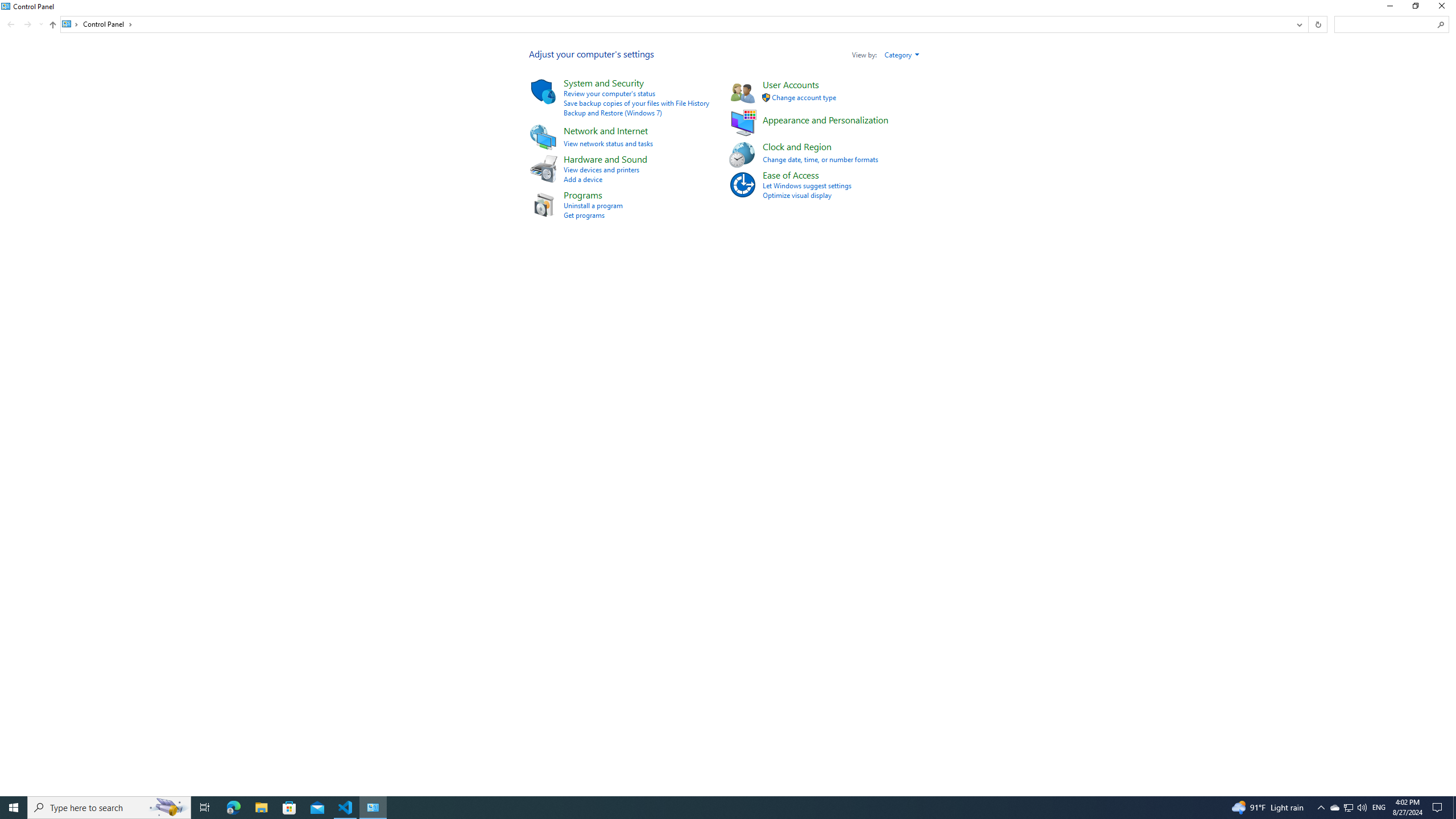  I want to click on 'Up to "Desktop" (Alt + Up Arrow)', so click(53, 24).